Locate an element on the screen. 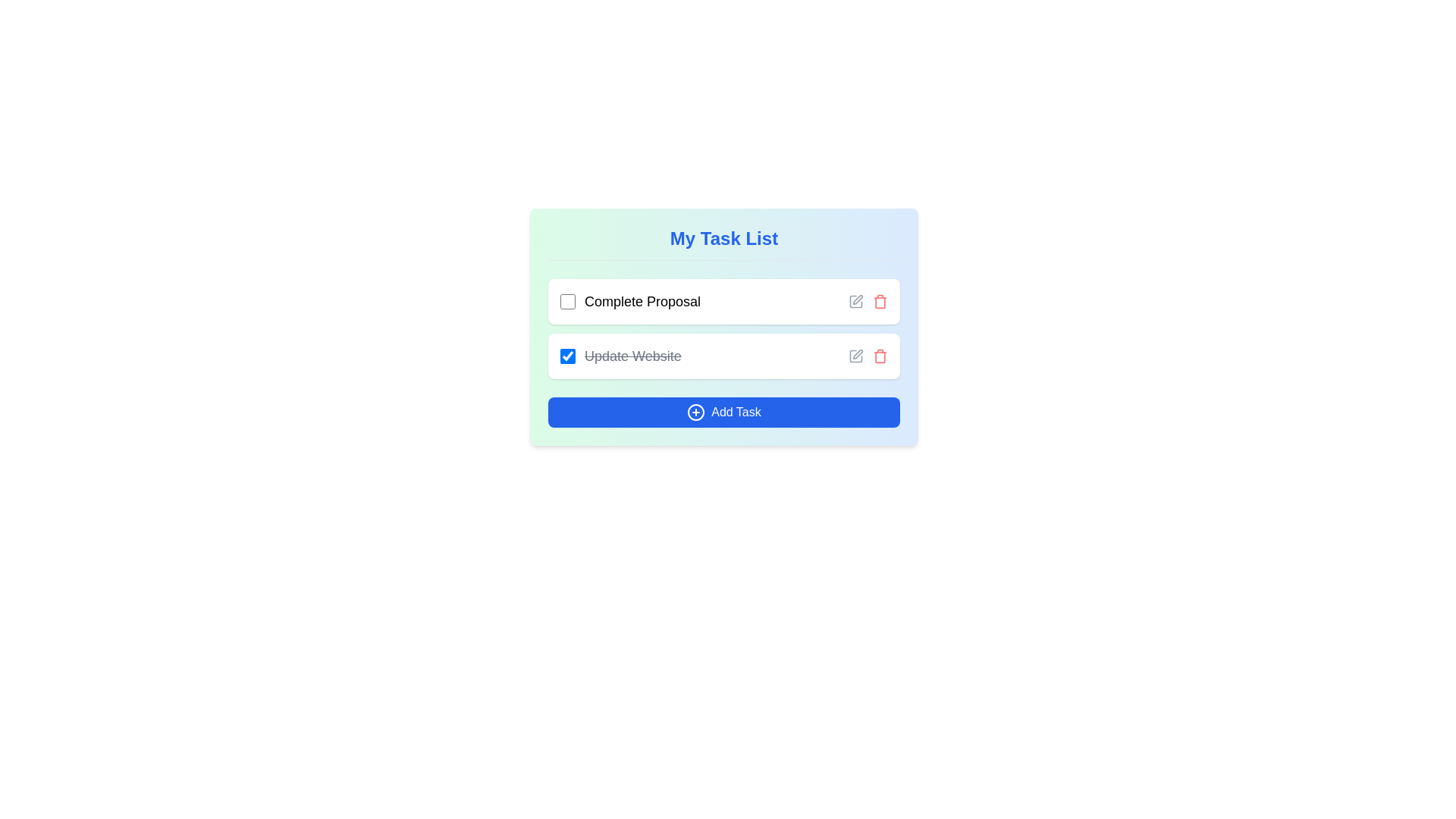  the blue checkbox with a white checkmark inside it, located to the left of the text 'Update Website' is located at coordinates (566, 356).